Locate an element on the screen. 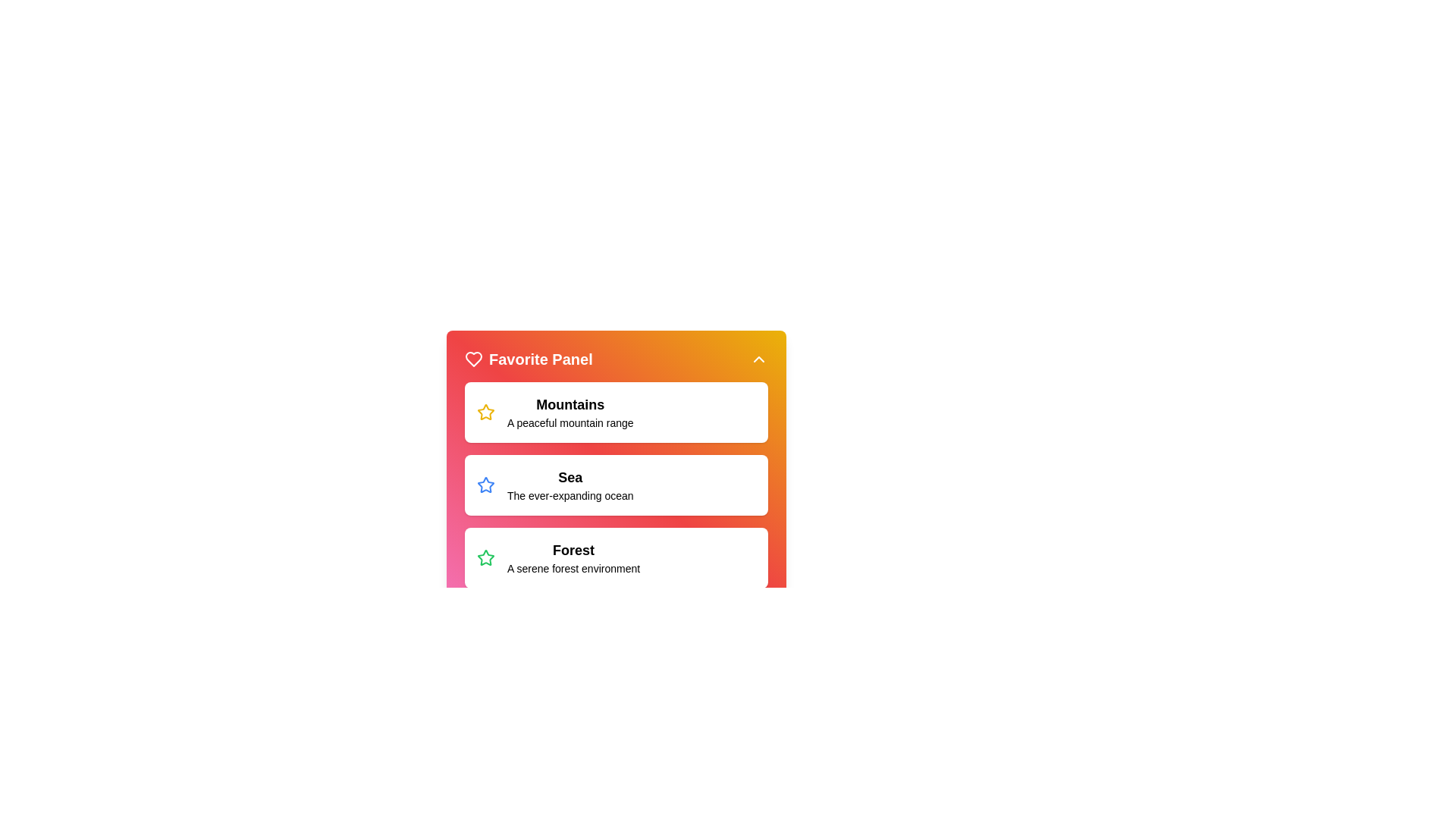 The image size is (1456, 819). title and description of the text element located in the third card of the 'Favorite Panel' interface, which includes a title and a descriptive subtitle, positioned under the cards titled 'Mountains' and 'Sea' is located at coordinates (573, 558).